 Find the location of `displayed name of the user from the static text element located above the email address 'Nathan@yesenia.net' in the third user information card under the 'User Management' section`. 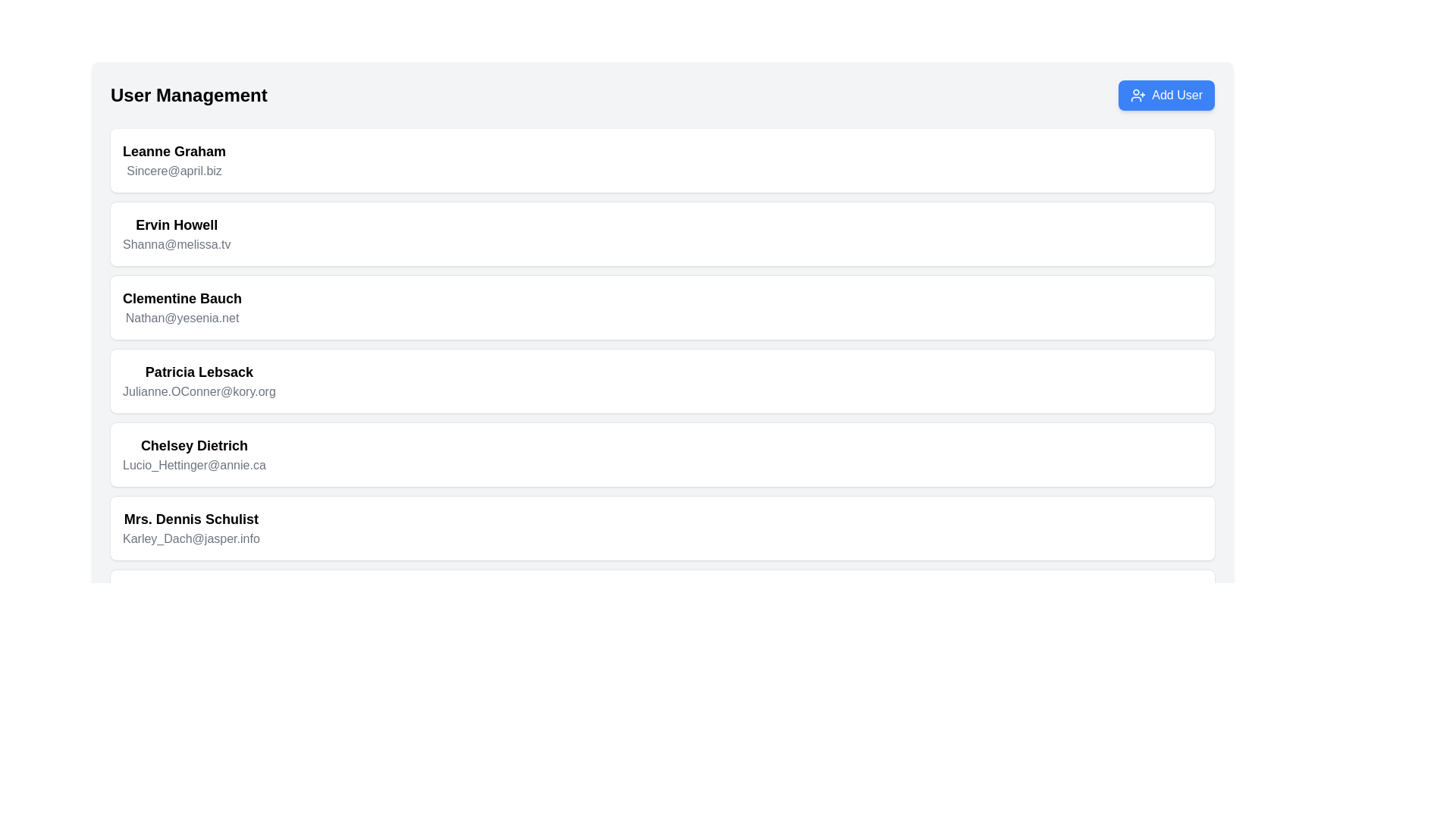

displayed name of the user from the static text element located above the email address 'Nathan@yesenia.net' in the third user information card under the 'User Management' section is located at coordinates (182, 298).